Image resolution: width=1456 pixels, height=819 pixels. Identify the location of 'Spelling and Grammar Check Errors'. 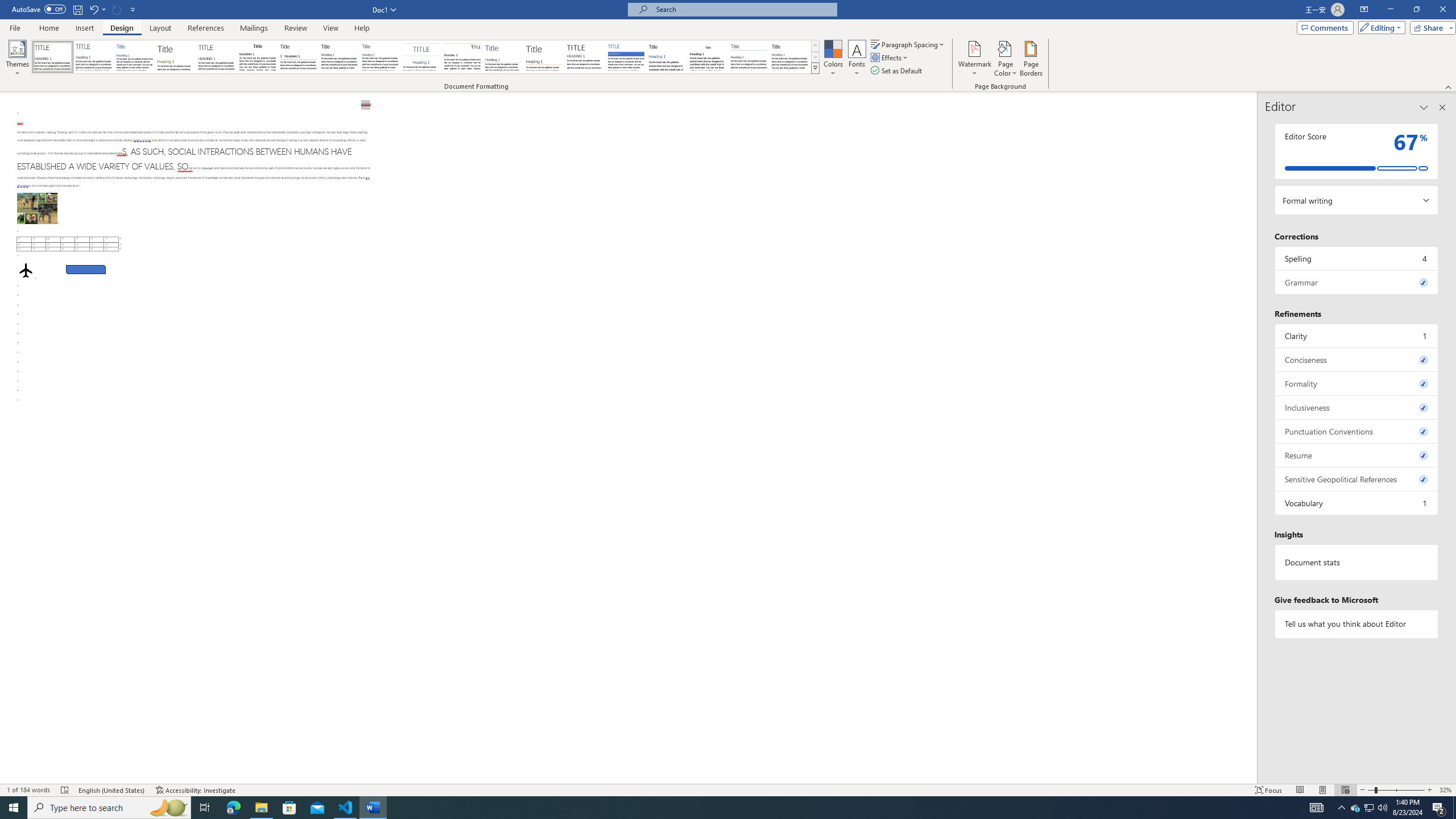
(65, 790).